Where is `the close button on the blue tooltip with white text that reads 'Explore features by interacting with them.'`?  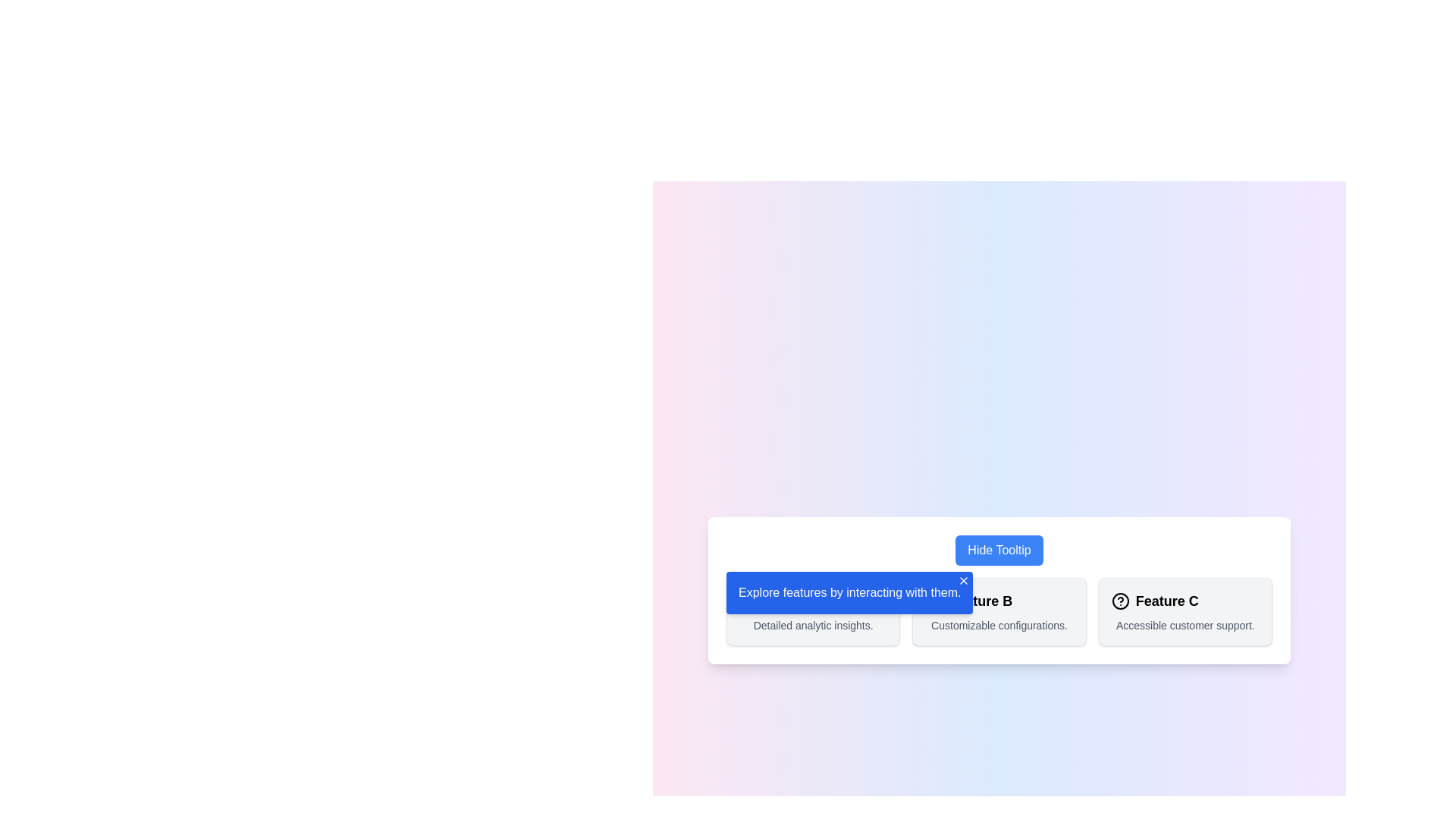 the close button on the blue tooltip with white text that reads 'Explore features by interacting with them.' is located at coordinates (849, 592).